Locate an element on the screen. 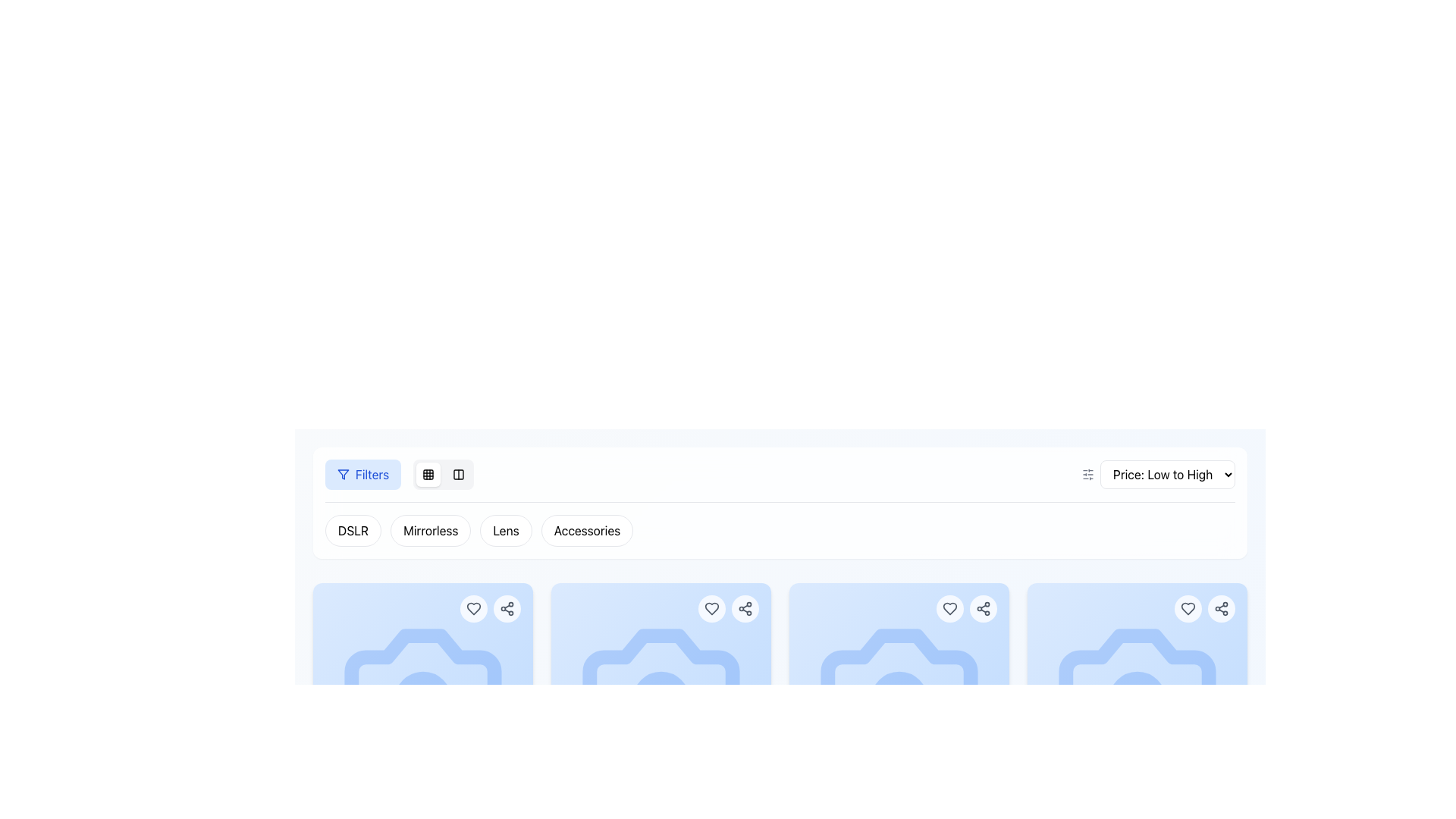 Image resolution: width=1456 pixels, height=819 pixels. the triangular filter-shaped icon located to the left of the 'Filters' button label in the button group on the control panel is located at coordinates (342, 473).